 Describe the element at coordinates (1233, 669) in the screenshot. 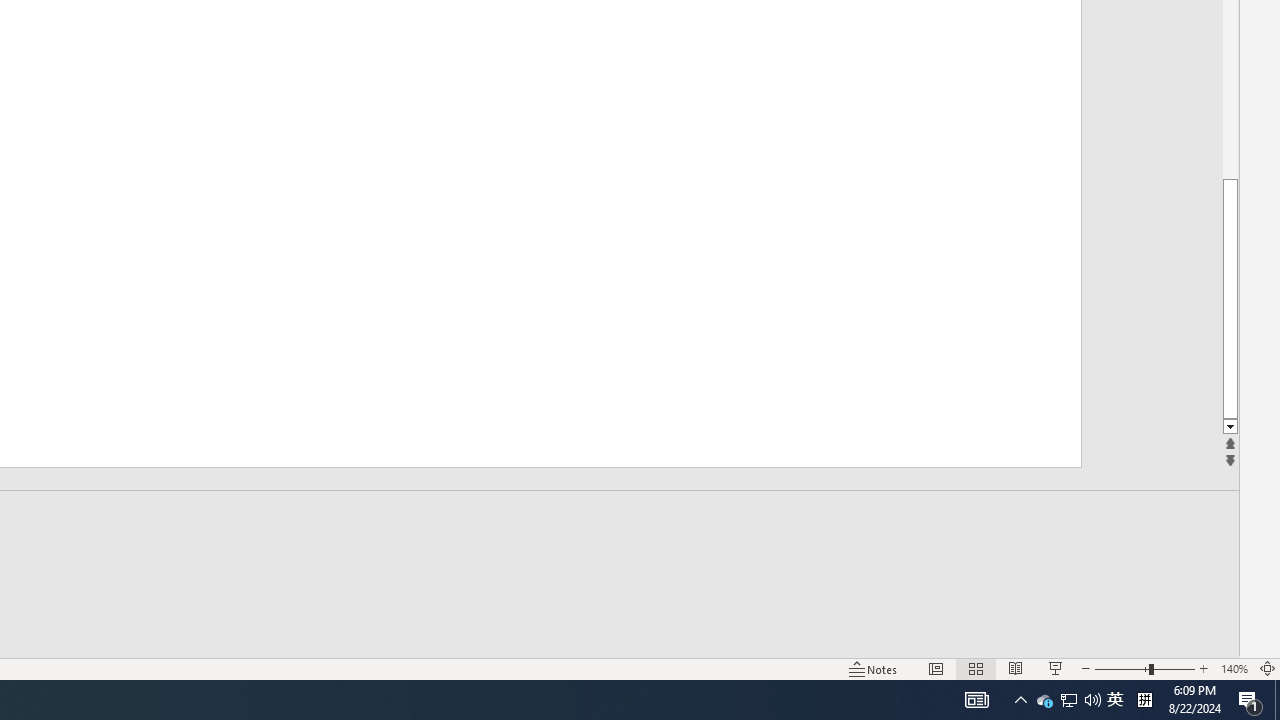

I see `'Zoom 140%'` at that location.